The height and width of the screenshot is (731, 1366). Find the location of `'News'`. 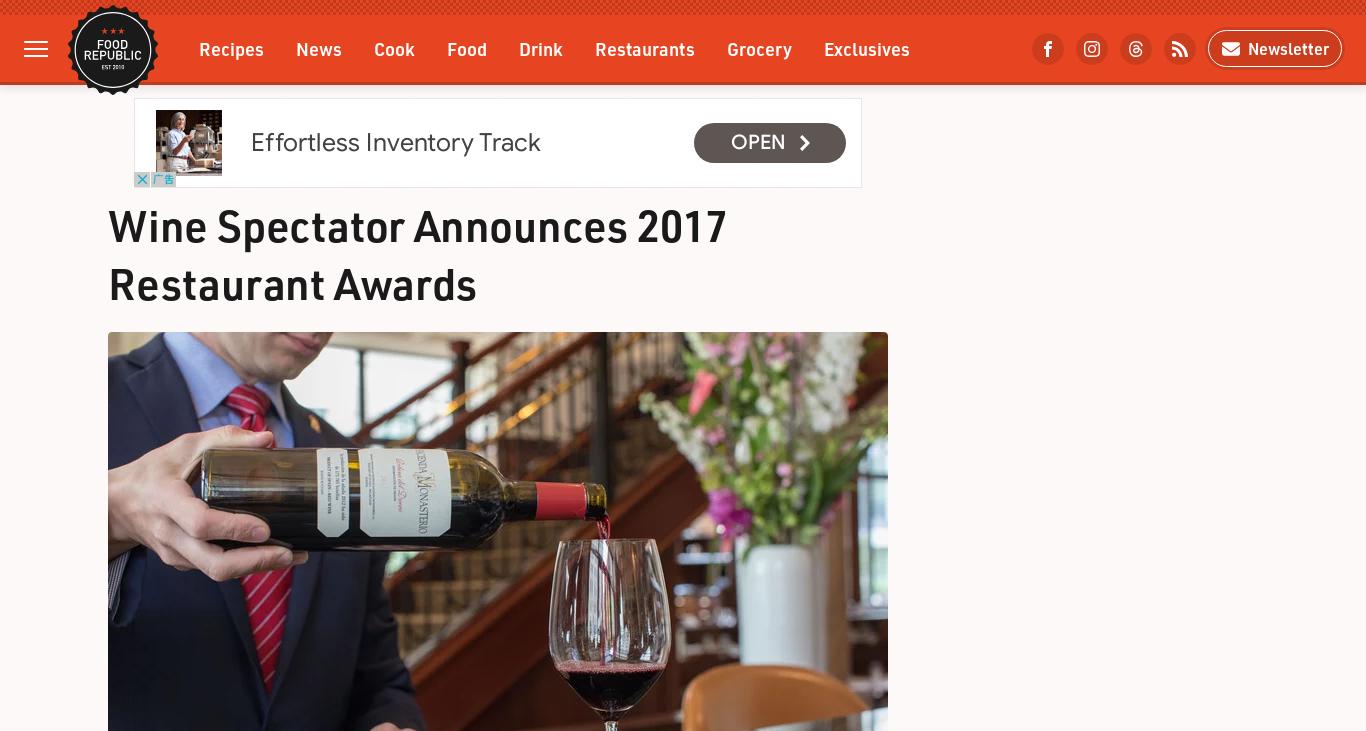

'News' is located at coordinates (318, 47).